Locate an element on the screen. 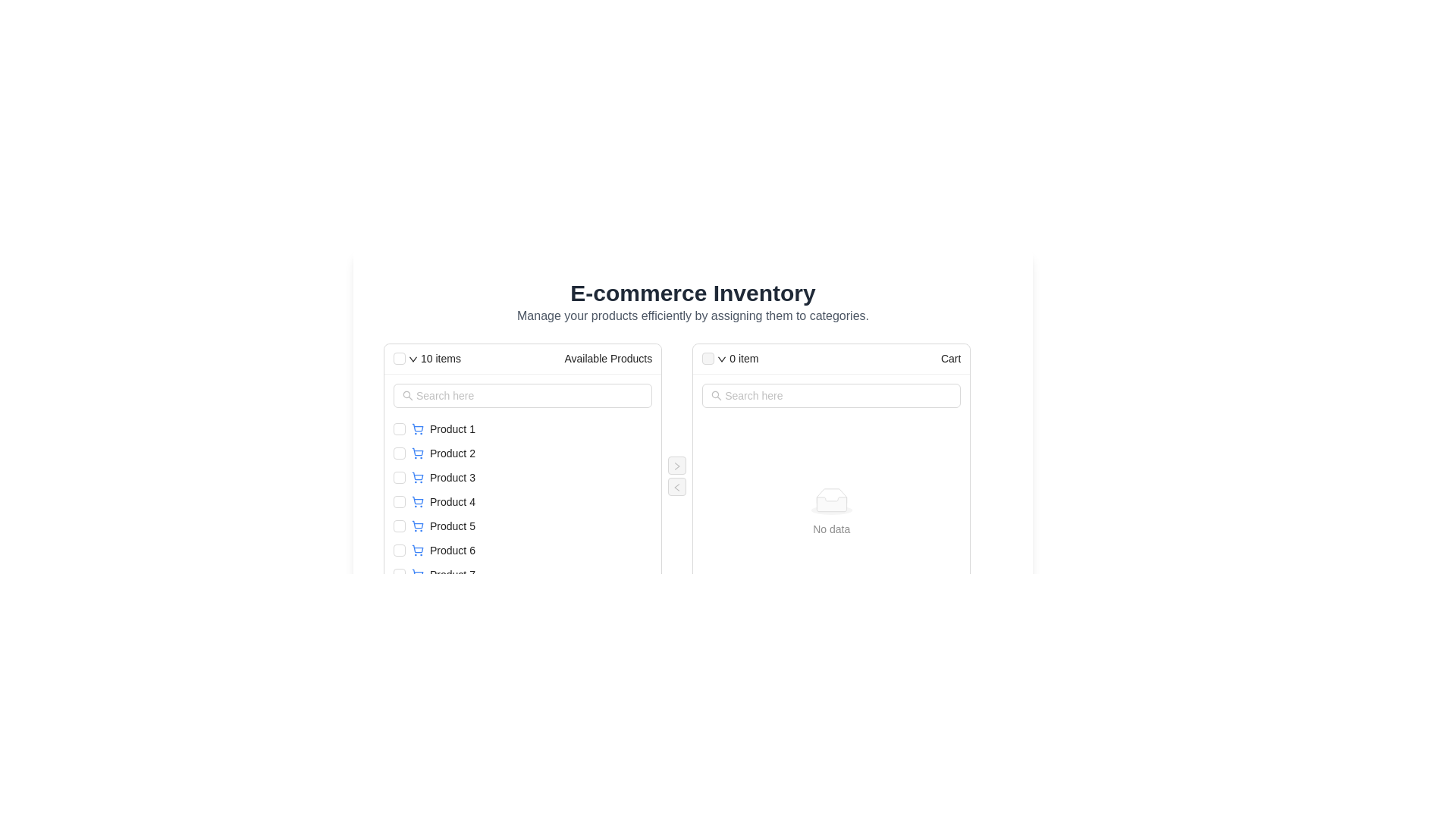 The image size is (1456, 819). the informative placeholder icon and text indicating the absence of data in the 'Cart' section, located in the right panel beneath the search bar is located at coordinates (830, 500).